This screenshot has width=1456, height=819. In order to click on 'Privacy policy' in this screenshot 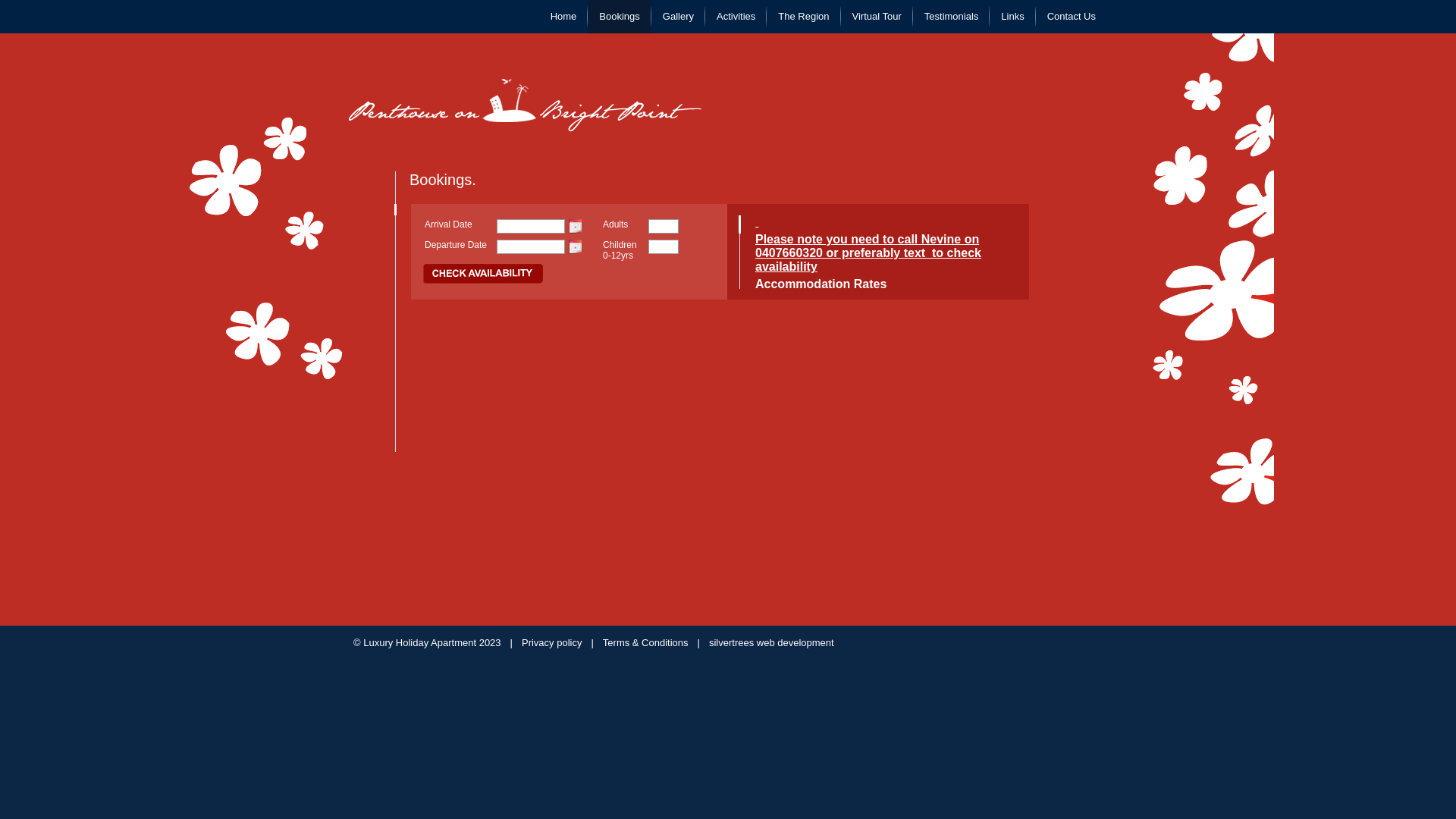, I will do `click(551, 642)`.